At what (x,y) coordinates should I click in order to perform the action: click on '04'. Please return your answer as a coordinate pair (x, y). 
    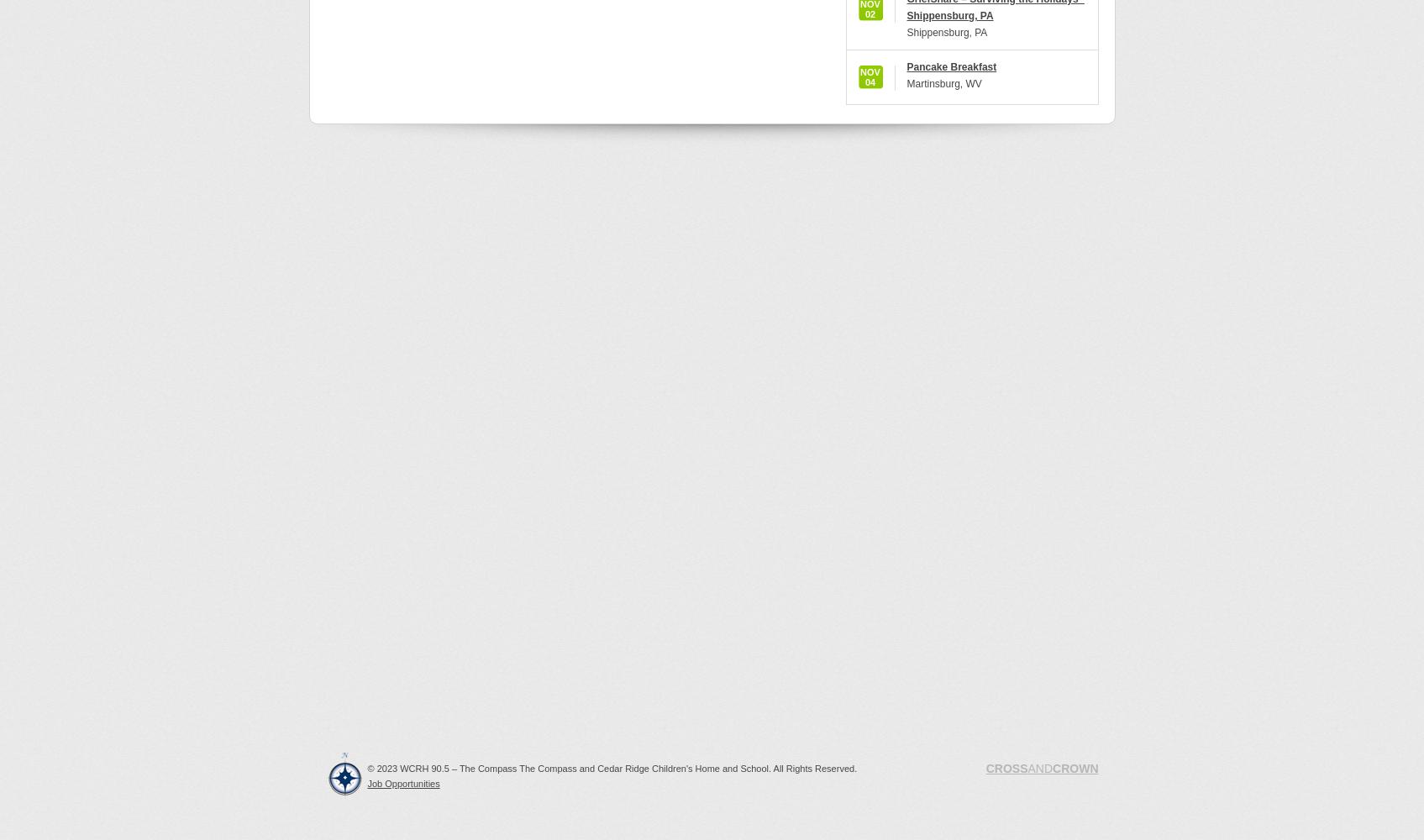
    Looking at the image, I should click on (869, 81).